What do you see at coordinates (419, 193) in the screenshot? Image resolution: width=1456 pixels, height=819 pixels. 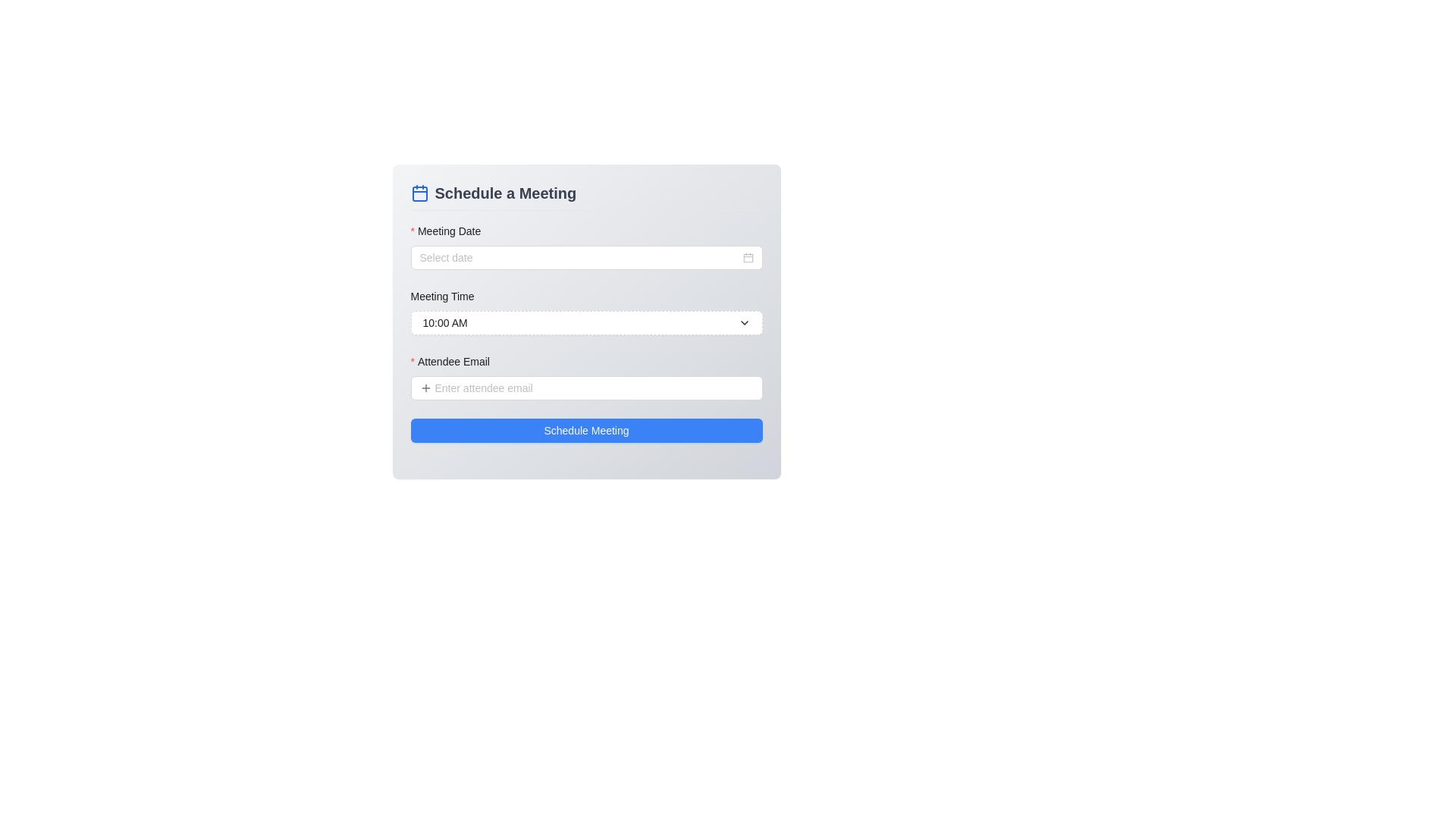 I see `the decorative SVG rectangle with rounded corners, which is part of the calendar icon located to the left of the 'Schedule a Meeting' heading` at bounding box center [419, 193].